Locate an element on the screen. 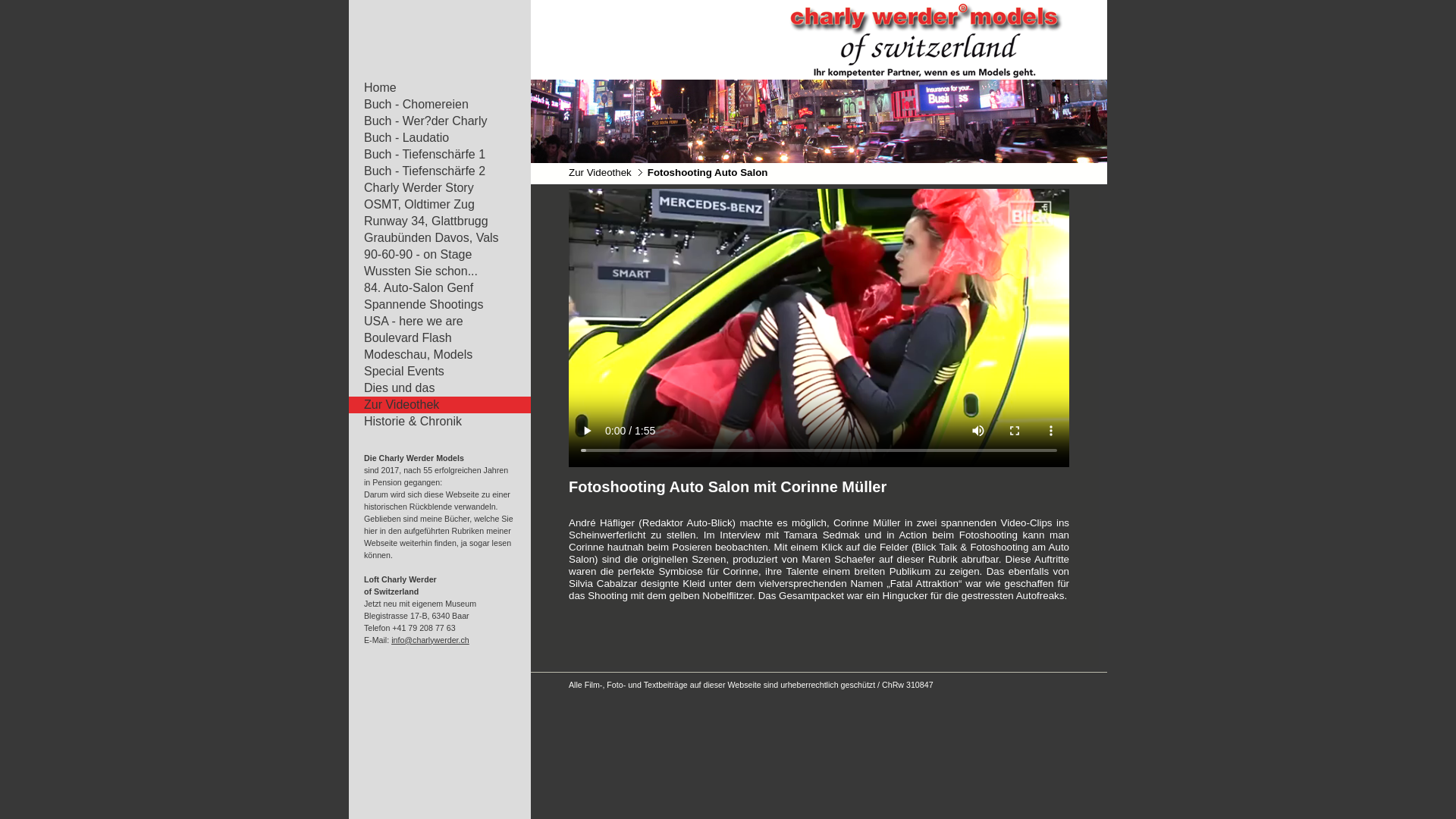 The width and height of the screenshot is (1456, 819). 'Historie & Chronik' is located at coordinates (431, 421).